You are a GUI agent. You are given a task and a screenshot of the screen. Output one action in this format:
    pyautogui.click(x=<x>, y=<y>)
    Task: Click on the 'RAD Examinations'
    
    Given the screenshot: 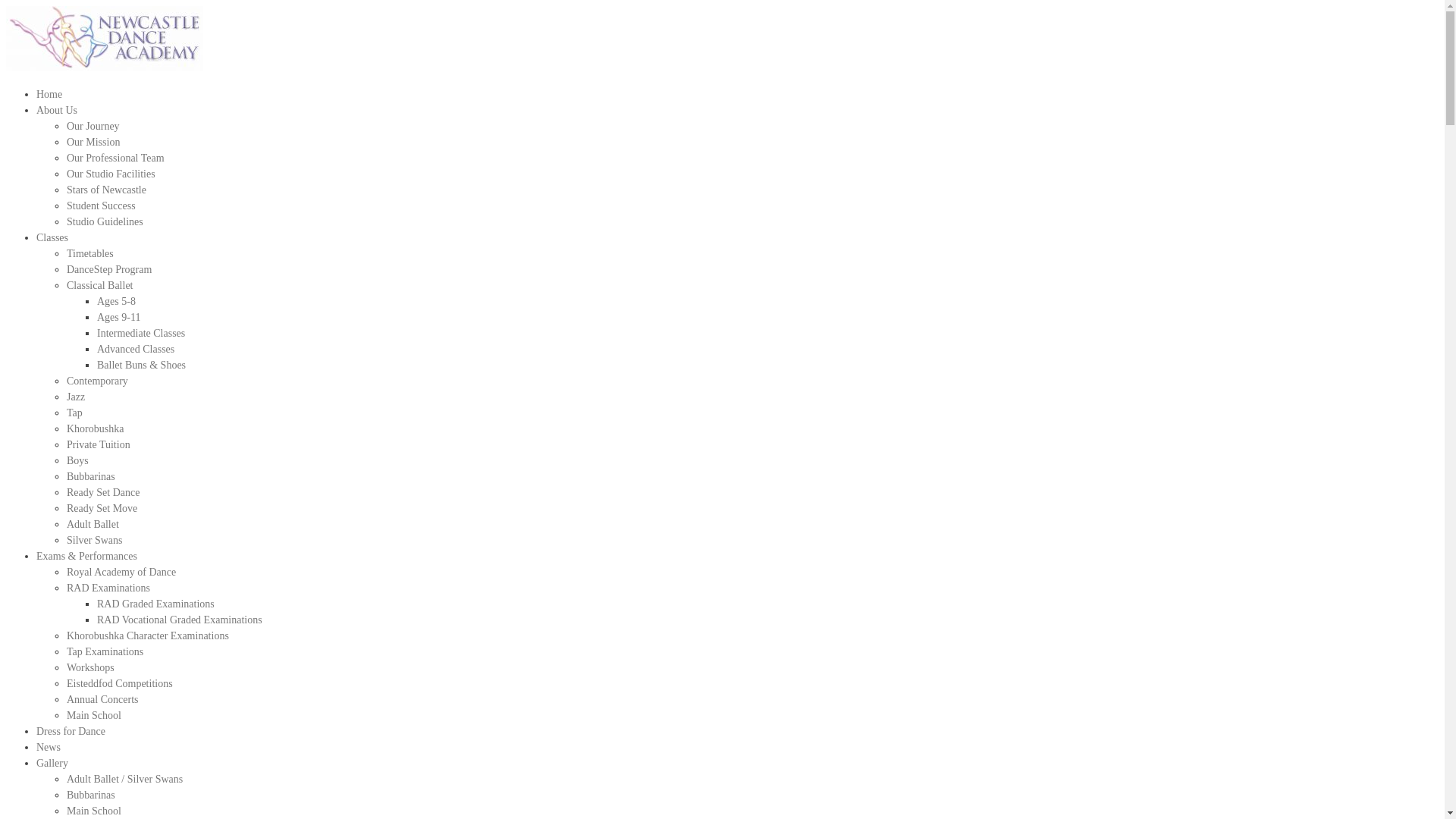 What is the action you would take?
    pyautogui.click(x=108, y=587)
    